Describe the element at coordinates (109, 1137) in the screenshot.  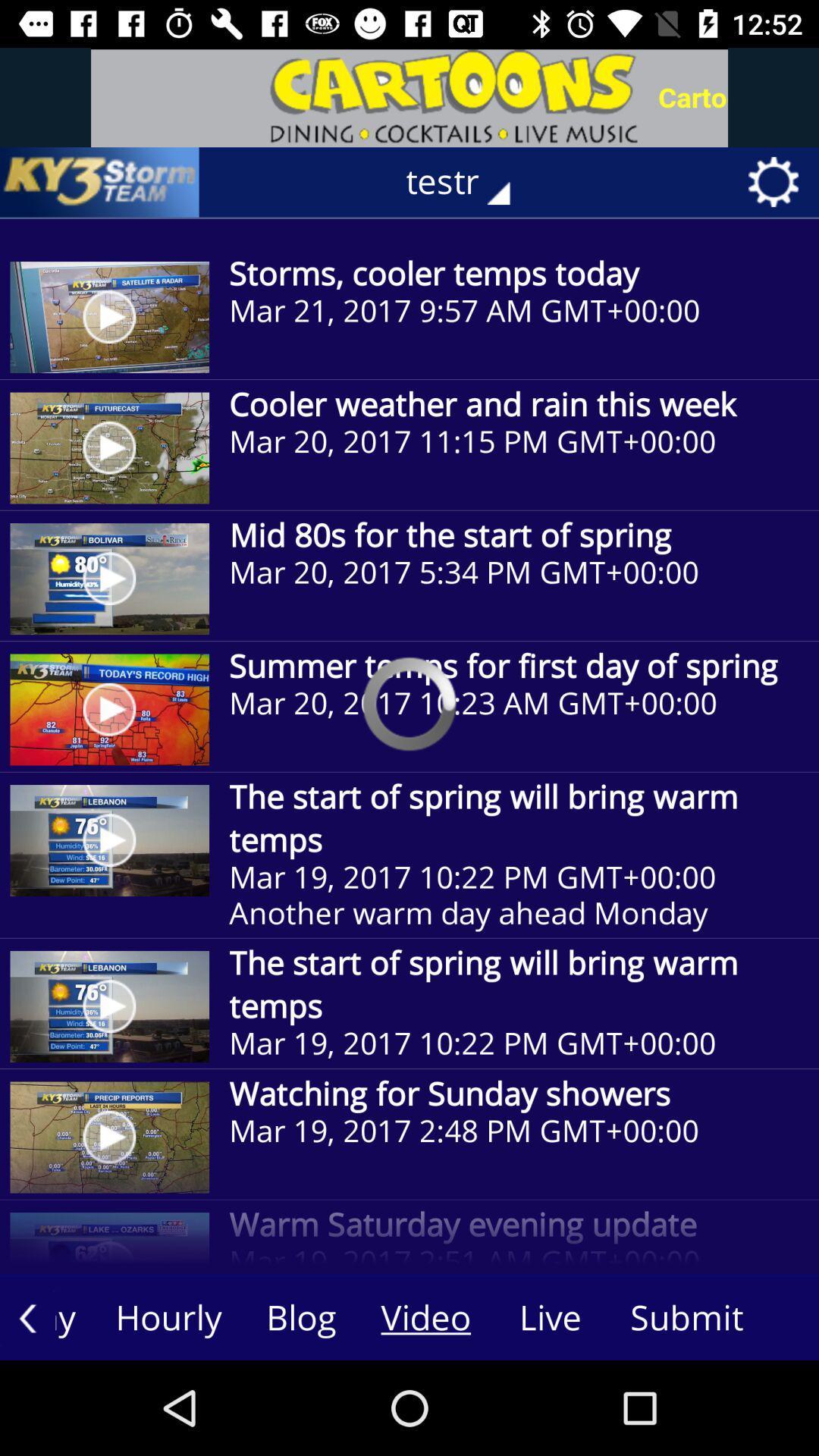
I see `the last image of the page` at that location.